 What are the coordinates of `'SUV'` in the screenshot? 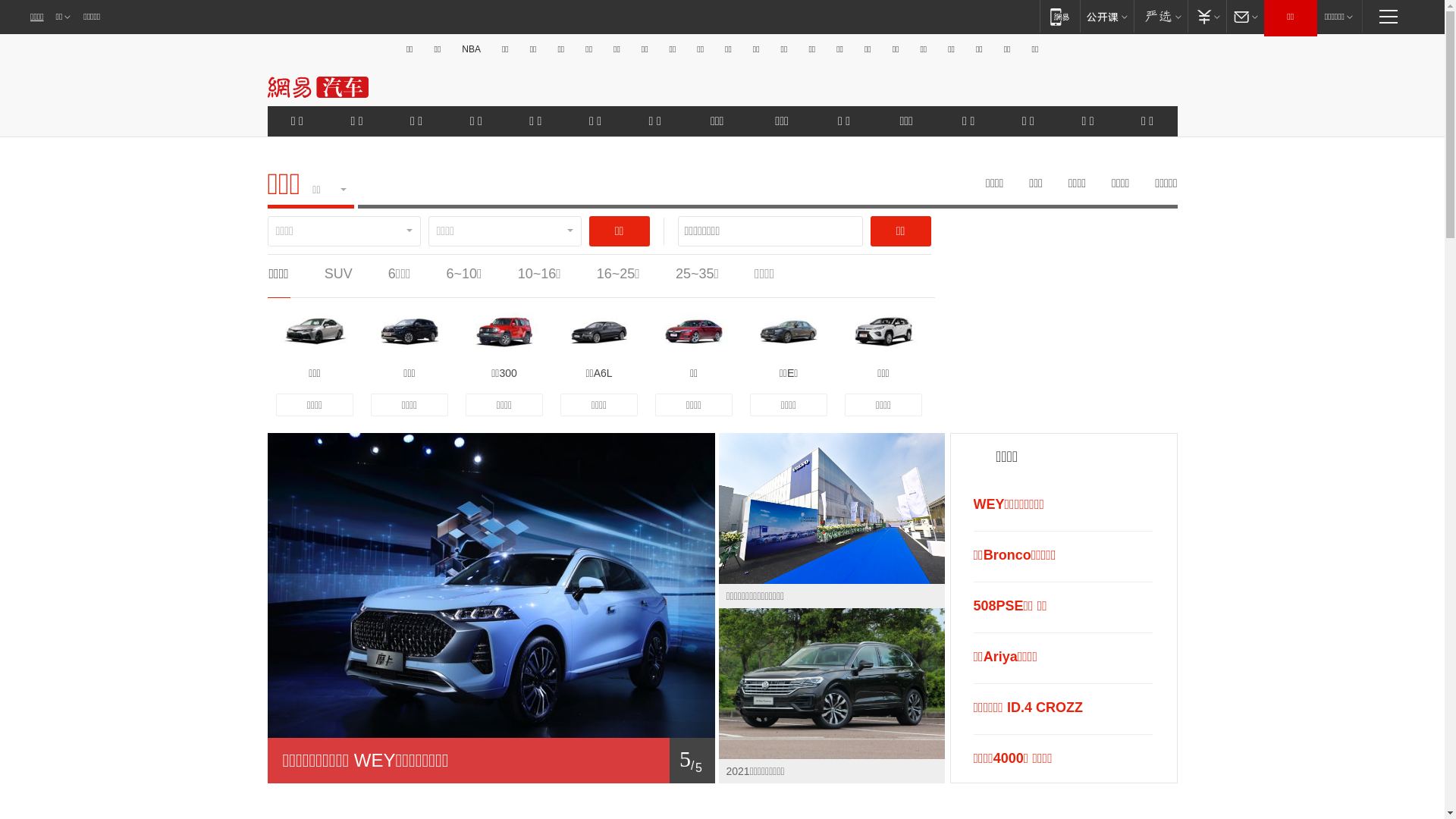 It's located at (337, 274).